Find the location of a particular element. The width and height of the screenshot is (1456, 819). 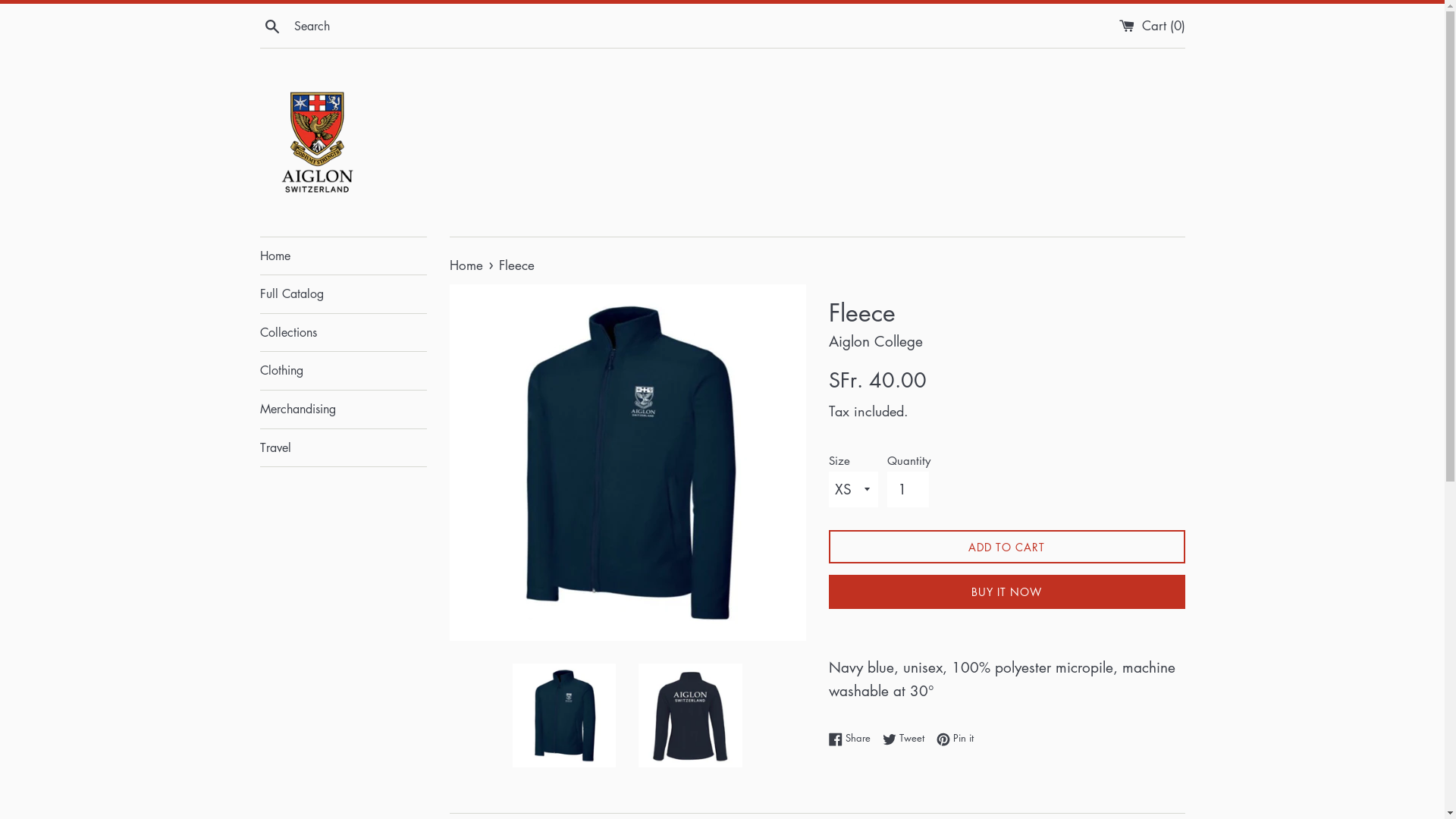

'ADD TO CART' is located at coordinates (1006, 547).